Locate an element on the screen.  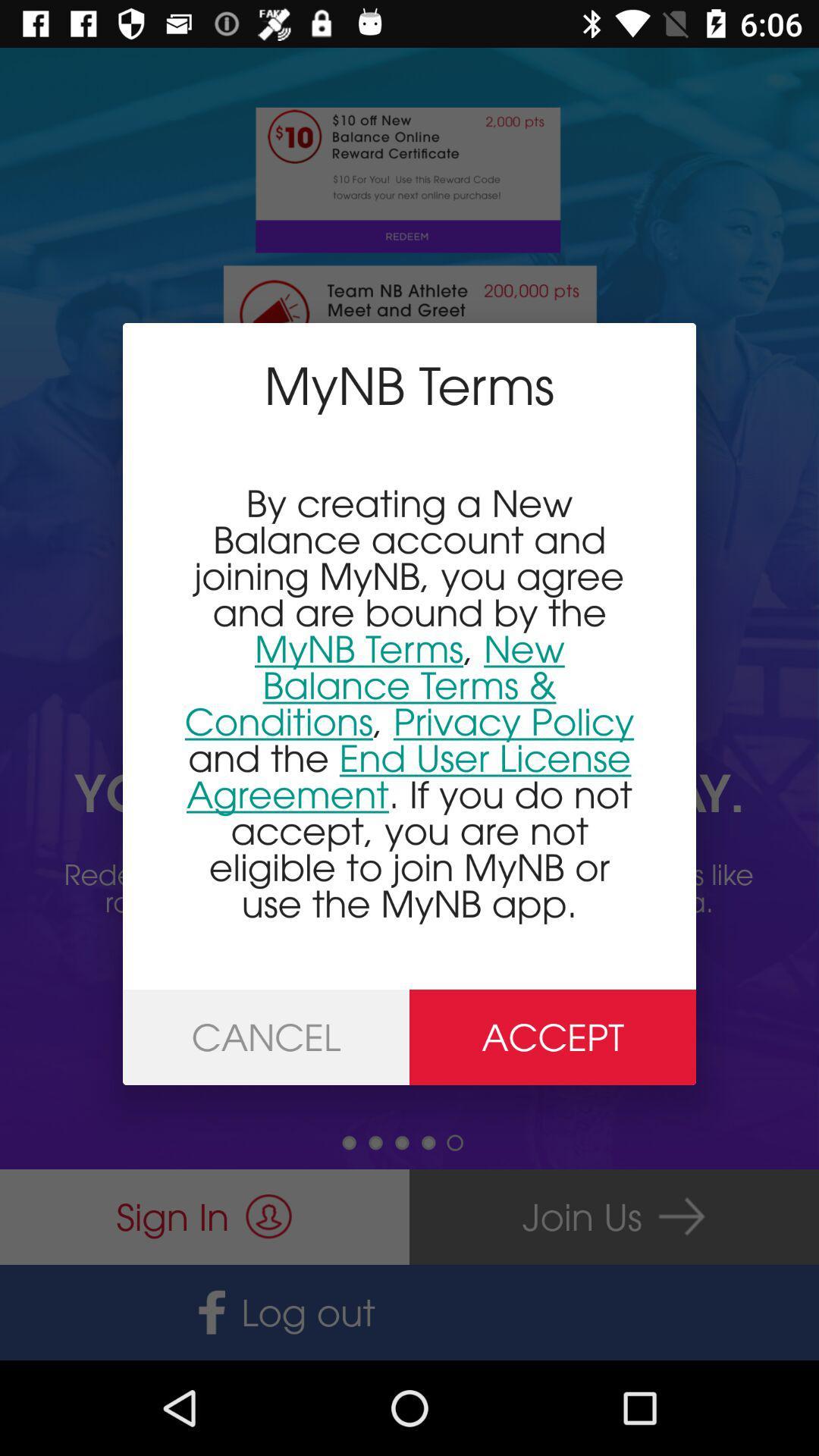
accept icon is located at coordinates (553, 1037).